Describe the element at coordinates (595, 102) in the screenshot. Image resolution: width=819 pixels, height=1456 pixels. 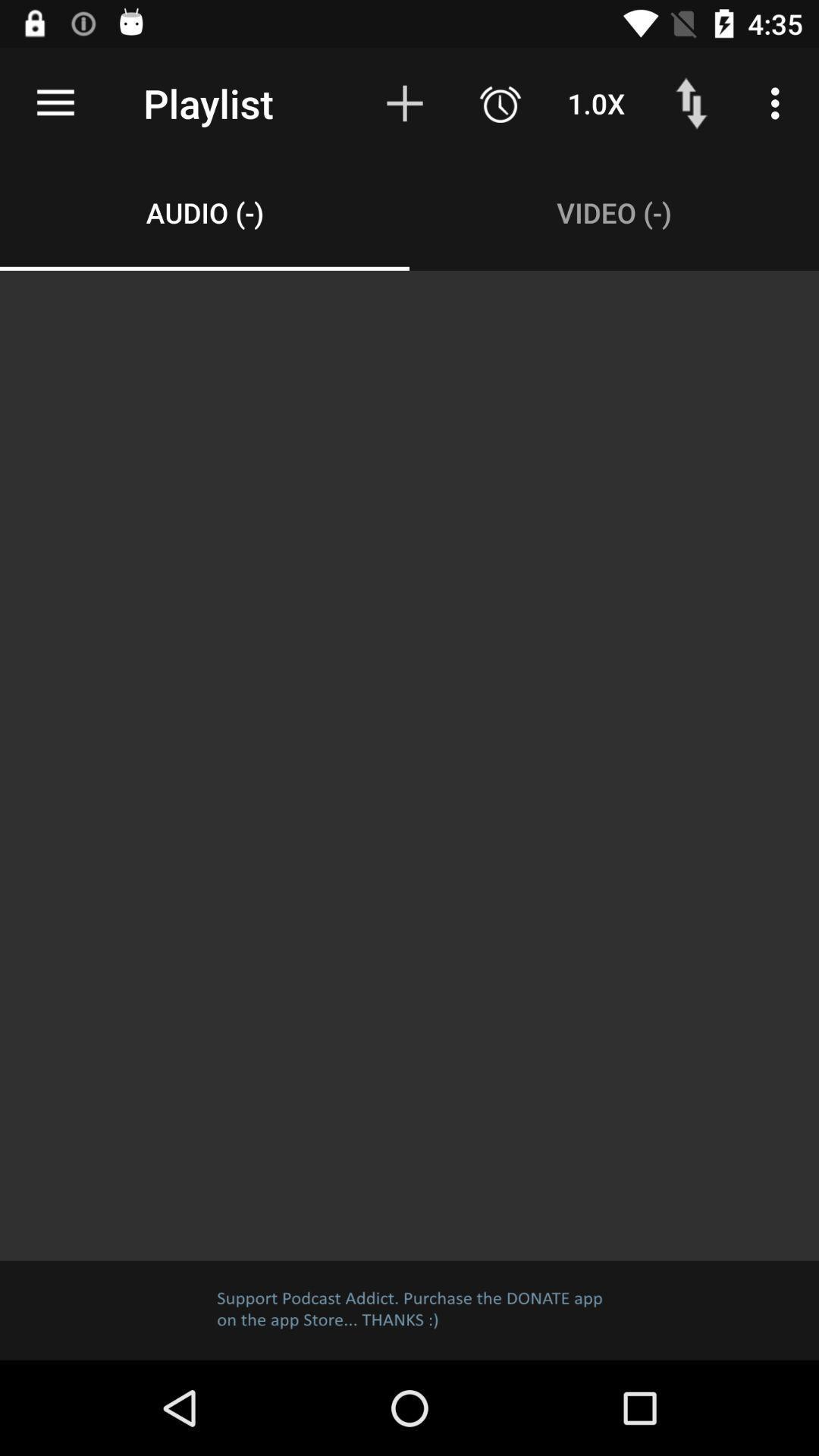
I see `the 1.0x` at that location.